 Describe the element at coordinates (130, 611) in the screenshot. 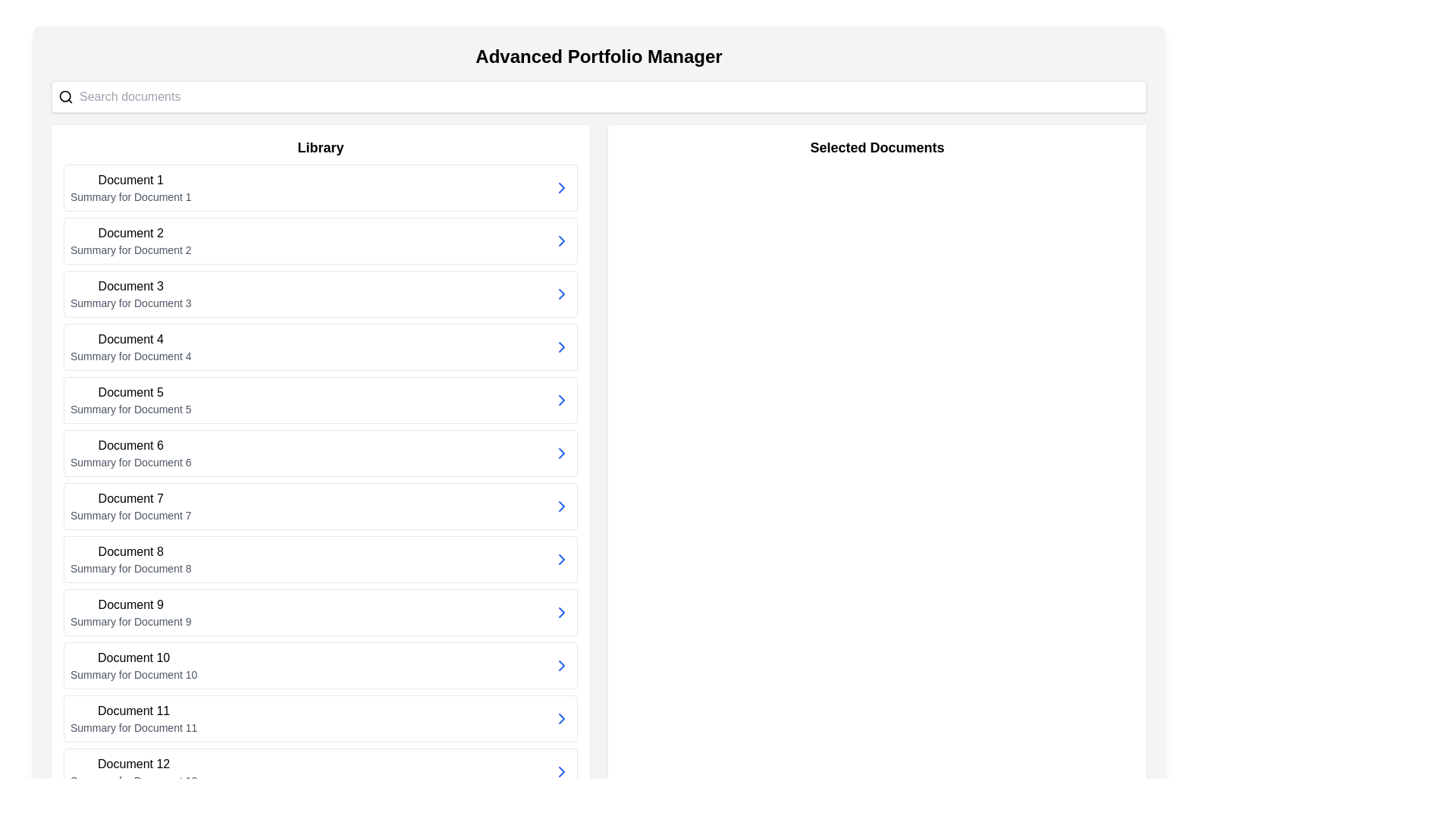

I see `the composite UI component displaying 'Document 9' and 'Summary for Document 9' in the Library section, part of the ninth list item` at that location.